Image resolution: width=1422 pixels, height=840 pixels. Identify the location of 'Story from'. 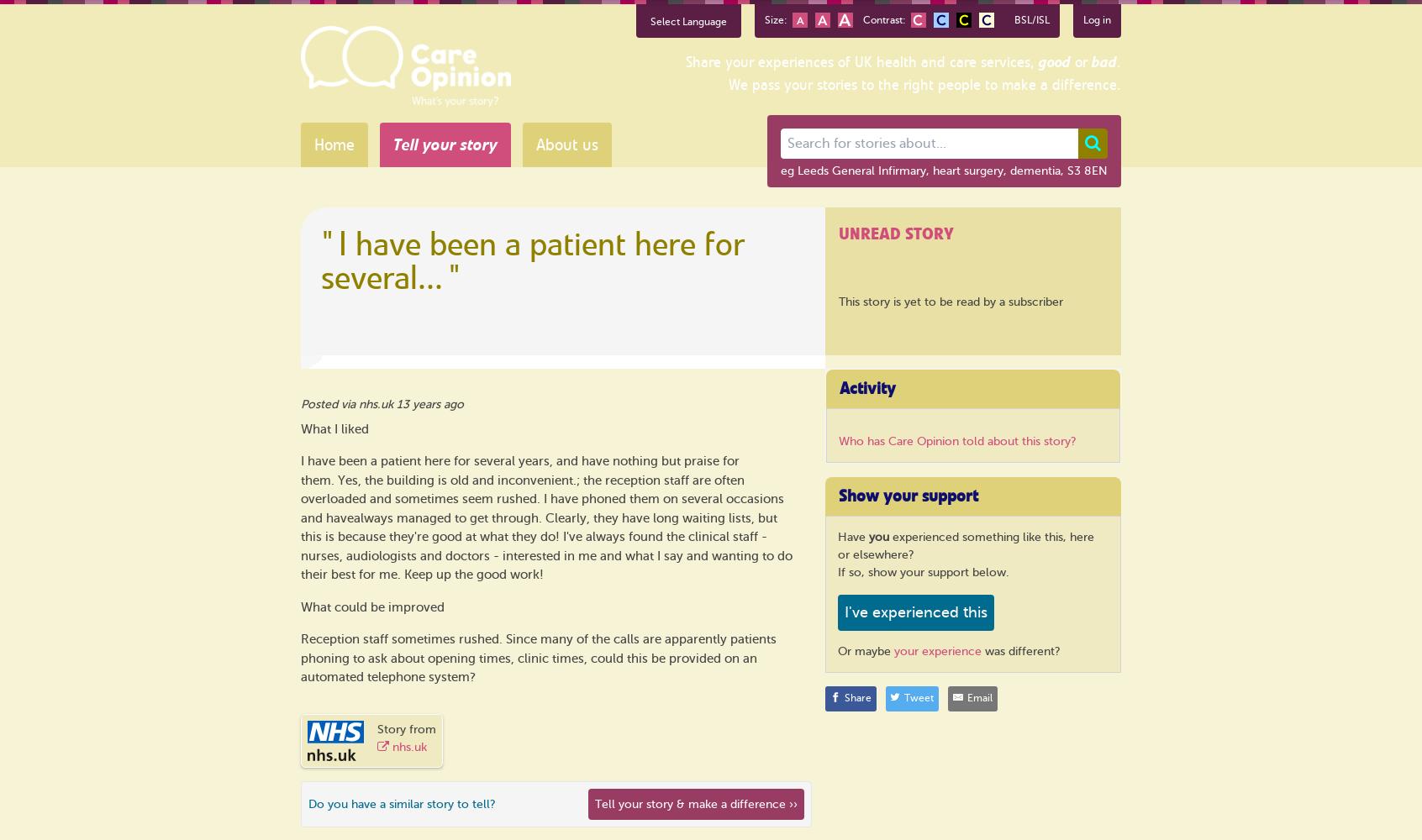
(406, 727).